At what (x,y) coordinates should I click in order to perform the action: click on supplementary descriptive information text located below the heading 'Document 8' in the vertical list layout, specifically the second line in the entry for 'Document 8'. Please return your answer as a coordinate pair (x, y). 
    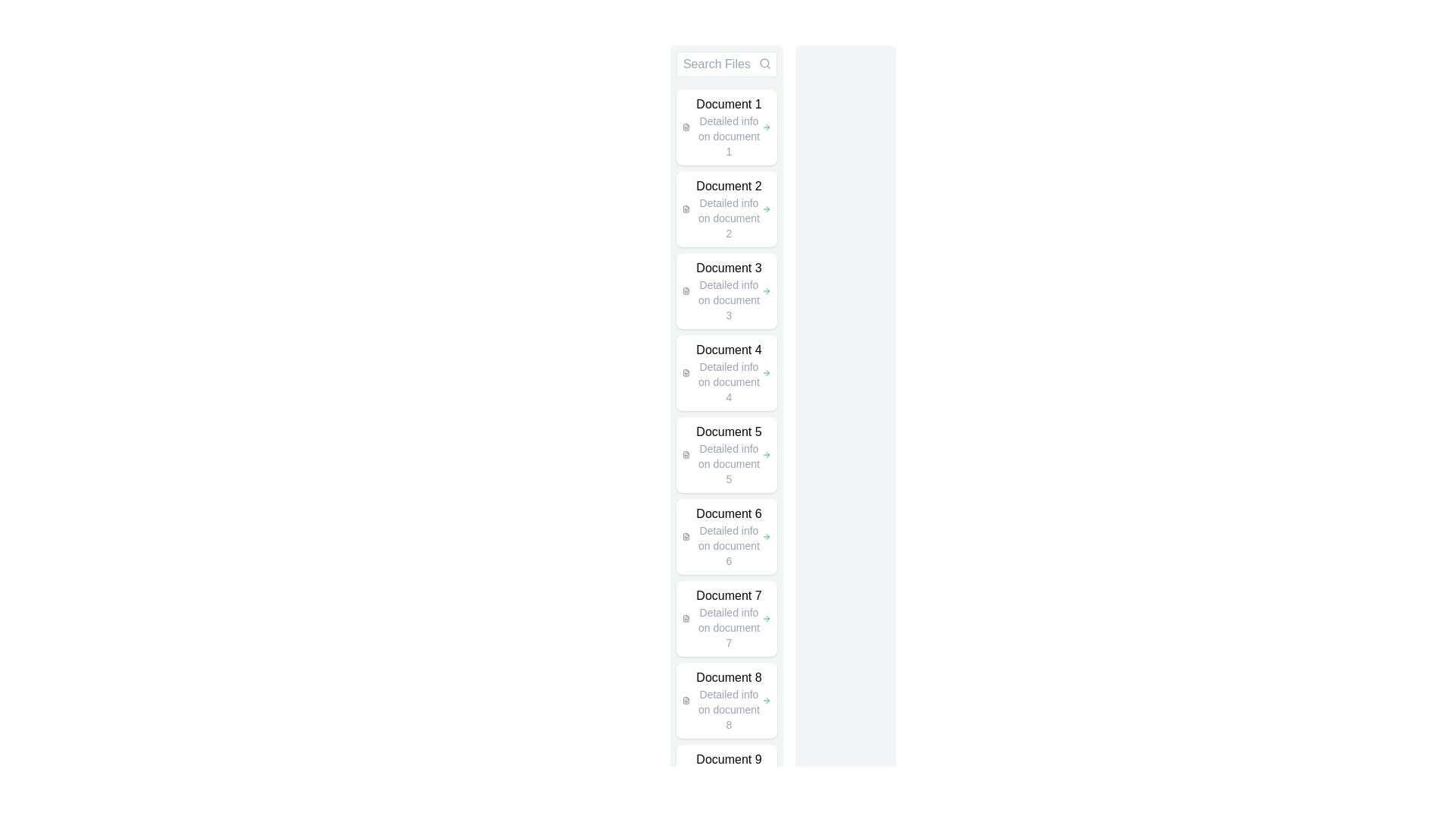
    Looking at the image, I should click on (729, 710).